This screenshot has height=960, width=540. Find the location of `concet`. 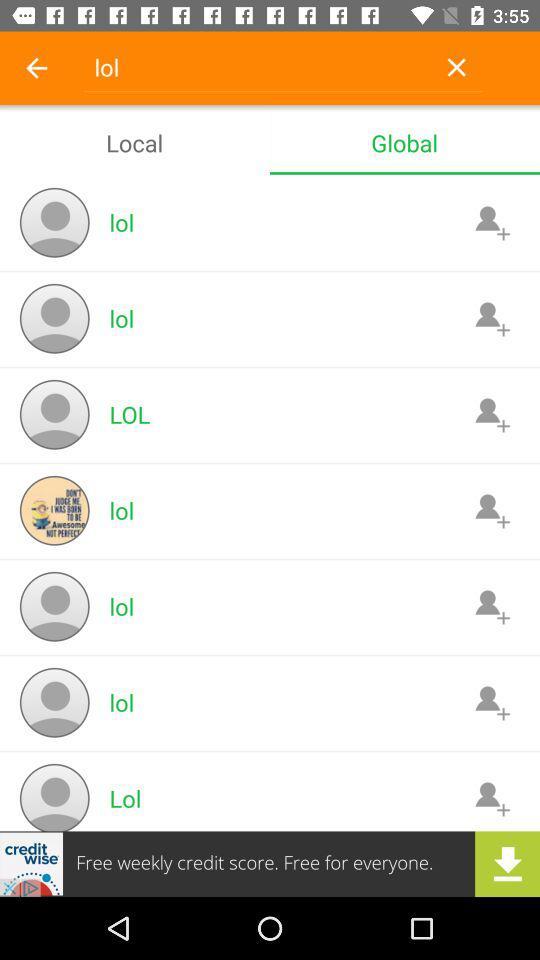

concet is located at coordinates (491, 222).